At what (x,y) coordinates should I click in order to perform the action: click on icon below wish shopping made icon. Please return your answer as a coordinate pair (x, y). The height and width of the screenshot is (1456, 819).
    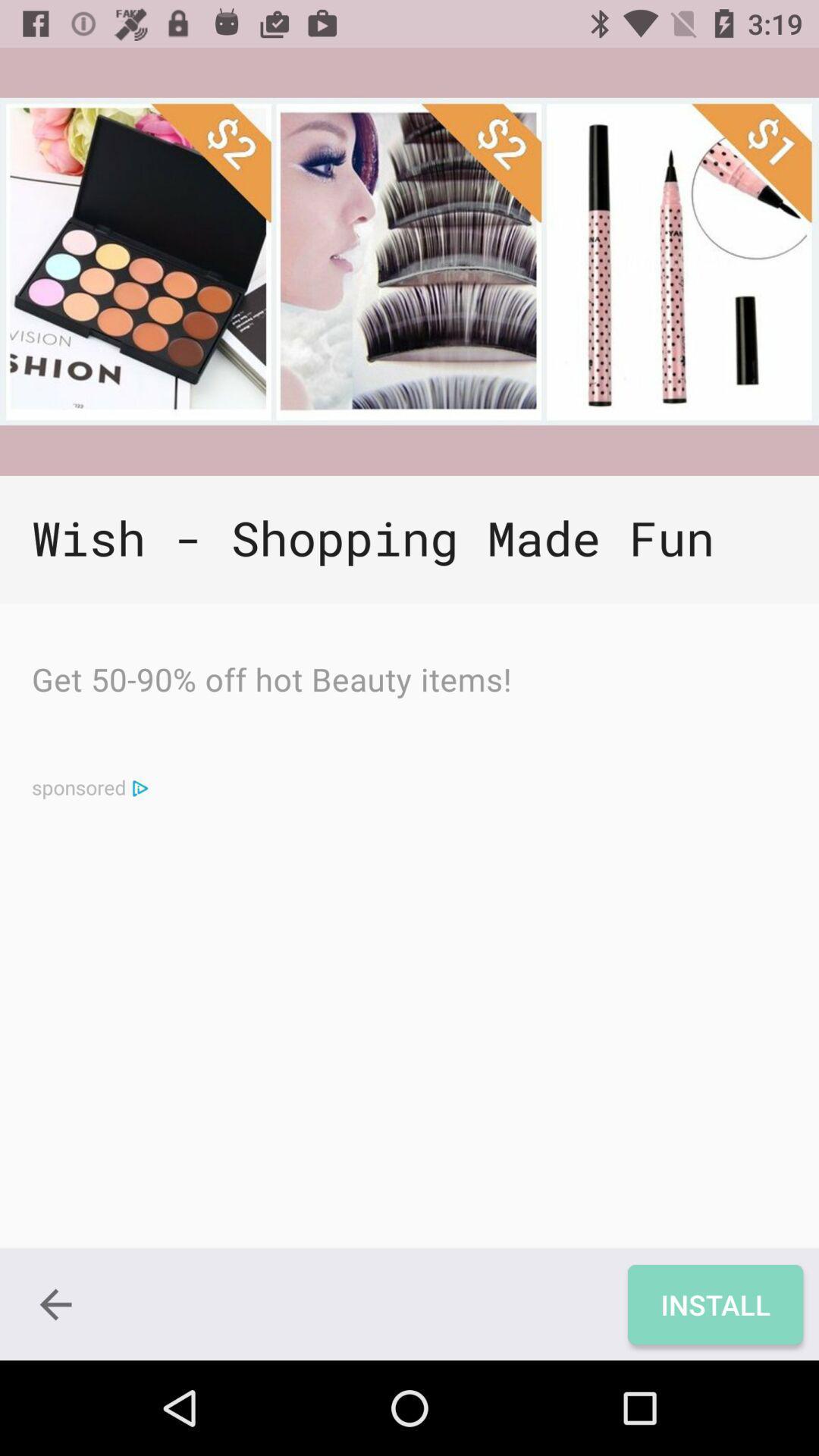
    Looking at the image, I should click on (271, 682).